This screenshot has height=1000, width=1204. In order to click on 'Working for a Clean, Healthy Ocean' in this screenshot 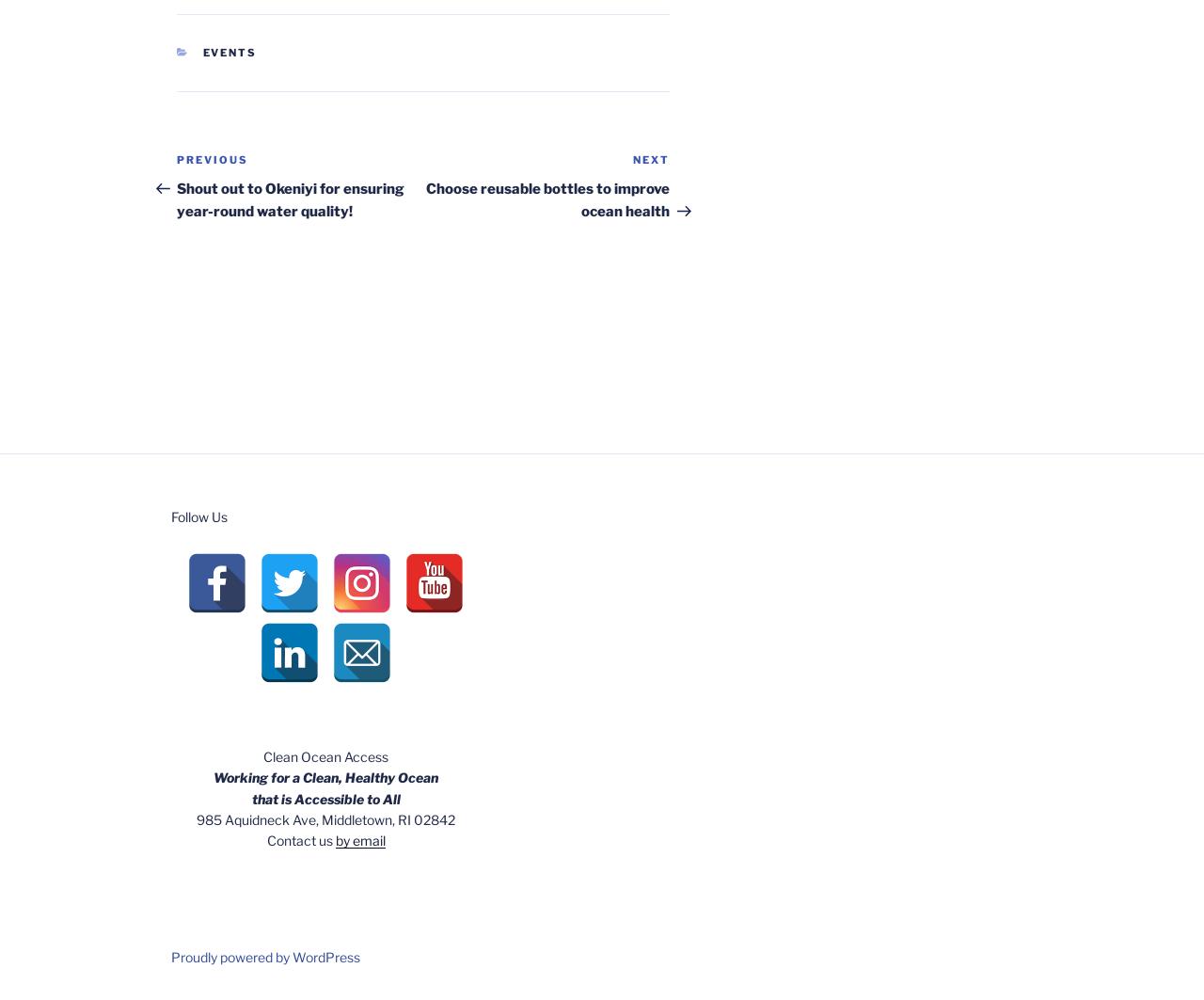, I will do `click(213, 776)`.